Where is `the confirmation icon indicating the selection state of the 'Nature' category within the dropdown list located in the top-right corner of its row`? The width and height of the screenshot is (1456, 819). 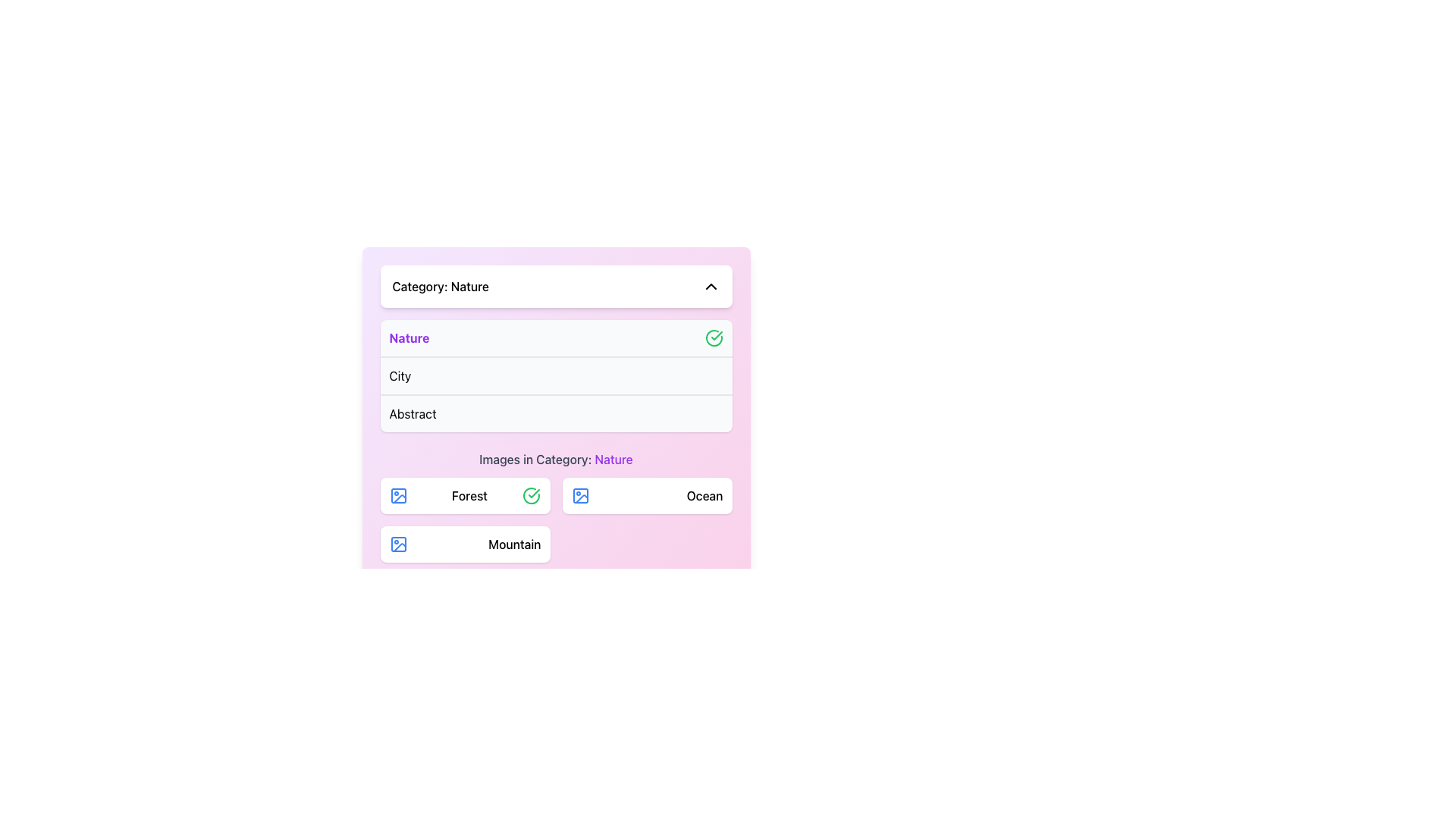 the confirmation icon indicating the selection state of the 'Nature' category within the dropdown list located in the top-right corner of its row is located at coordinates (713, 337).